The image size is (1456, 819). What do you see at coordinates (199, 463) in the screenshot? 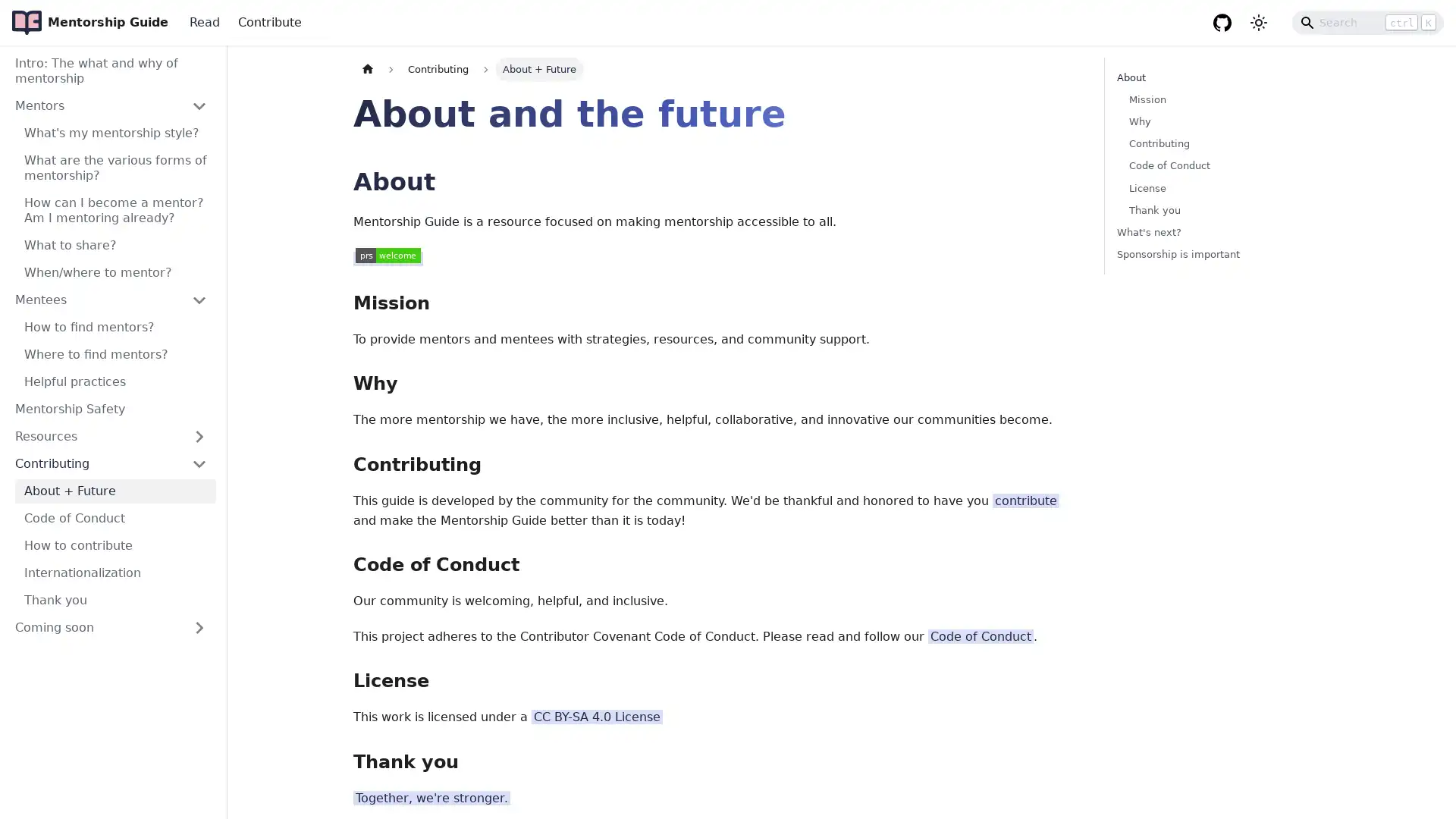
I see `Toggle the collapsible sidebar category 'Contributing'` at bounding box center [199, 463].